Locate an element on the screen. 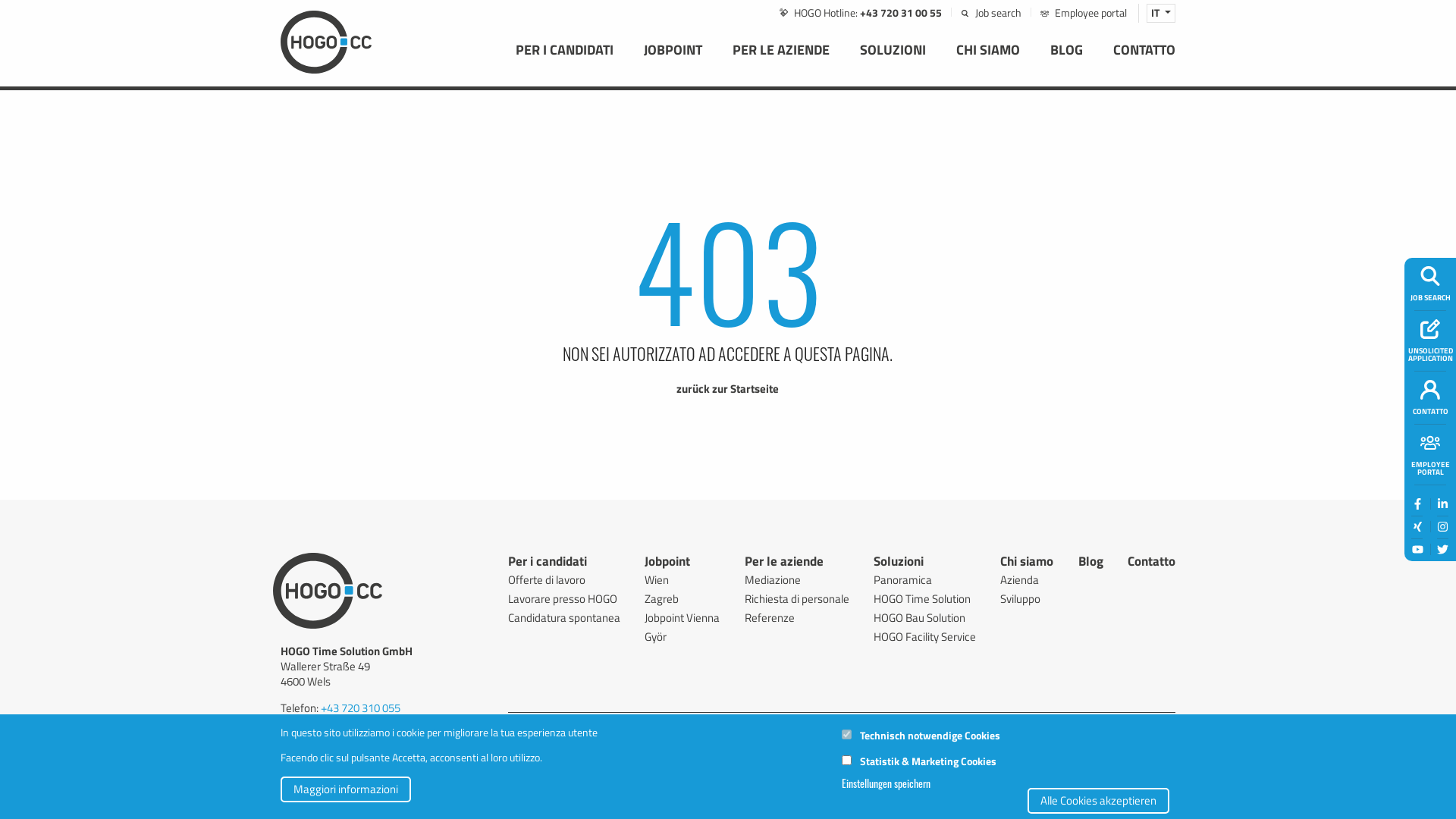  'Sviluppo' is located at coordinates (1026, 598).